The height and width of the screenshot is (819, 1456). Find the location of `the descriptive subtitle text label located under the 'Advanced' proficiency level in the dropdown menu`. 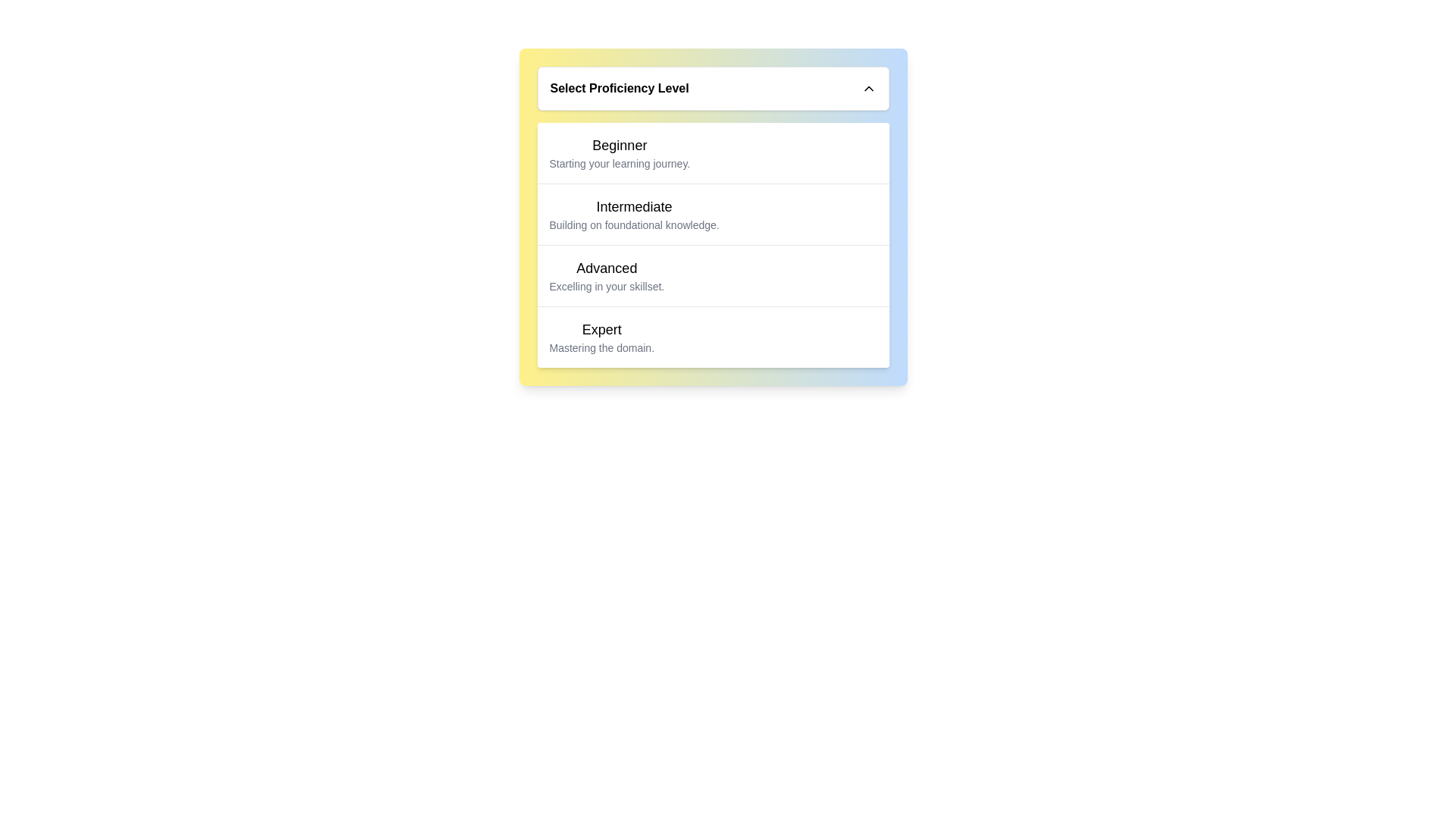

the descriptive subtitle text label located under the 'Advanced' proficiency level in the dropdown menu is located at coordinates (607, 287).